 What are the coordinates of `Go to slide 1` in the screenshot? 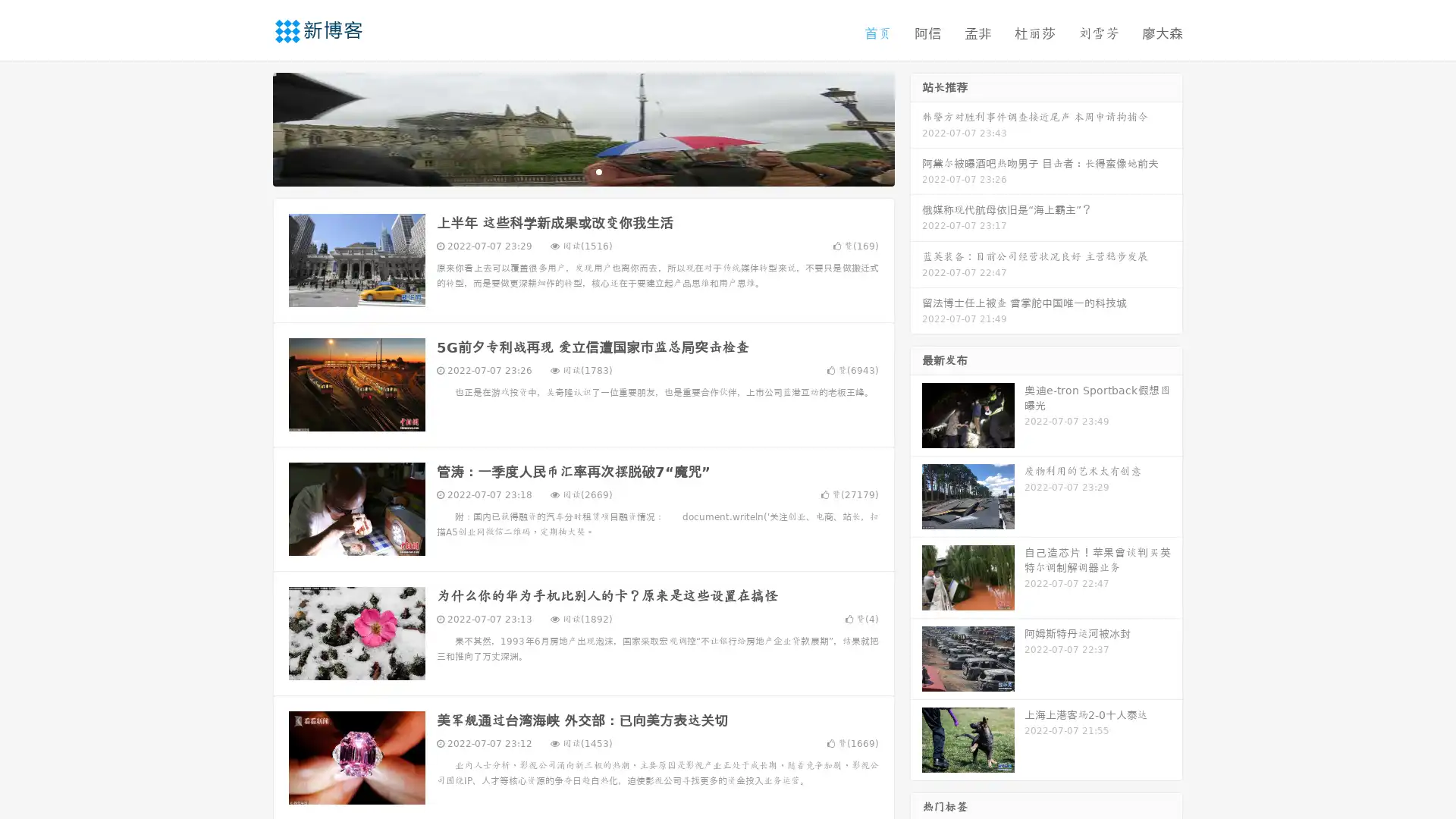 It's located at (567, 171).